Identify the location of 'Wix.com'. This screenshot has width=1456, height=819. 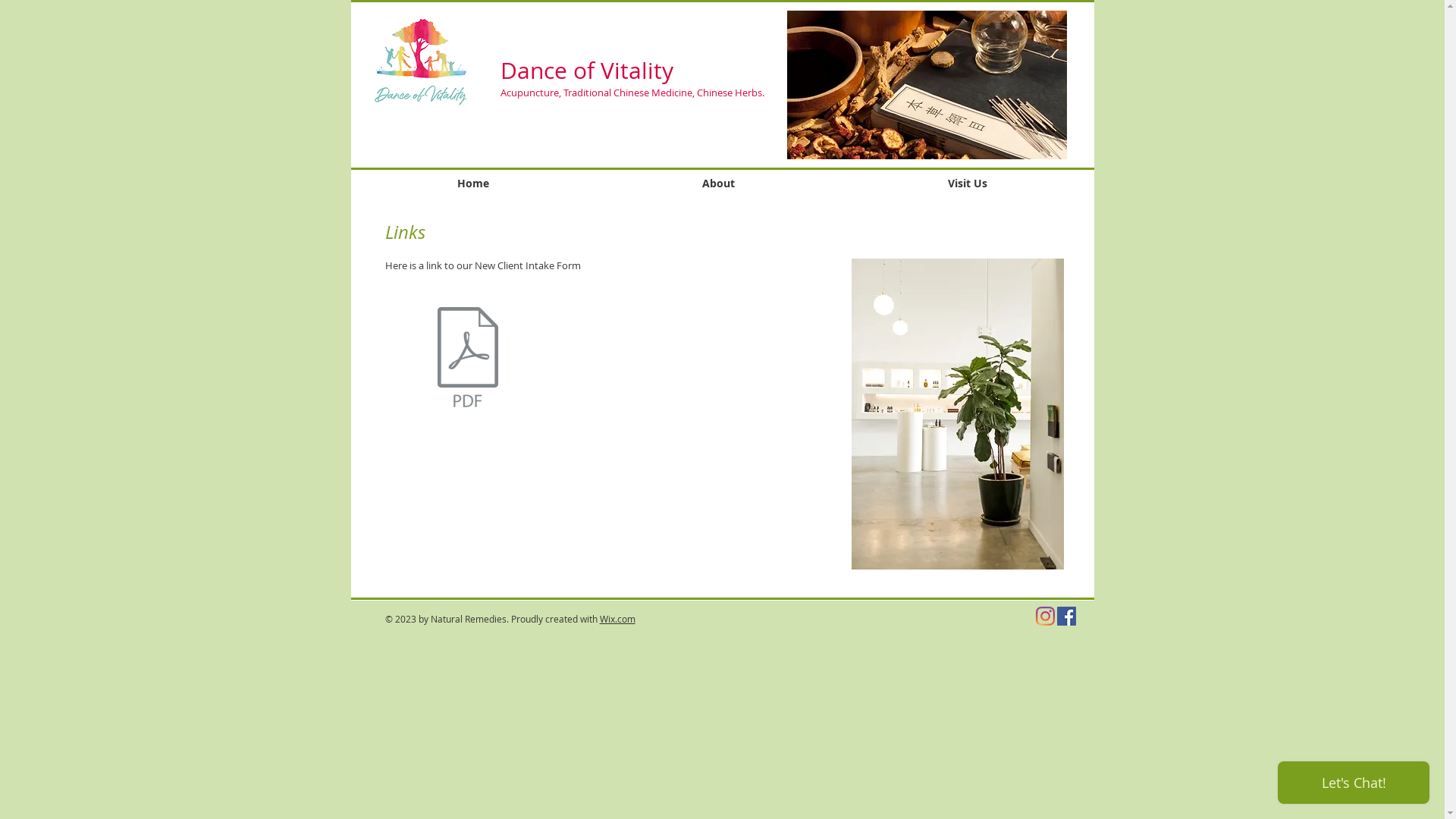
(598, 619).